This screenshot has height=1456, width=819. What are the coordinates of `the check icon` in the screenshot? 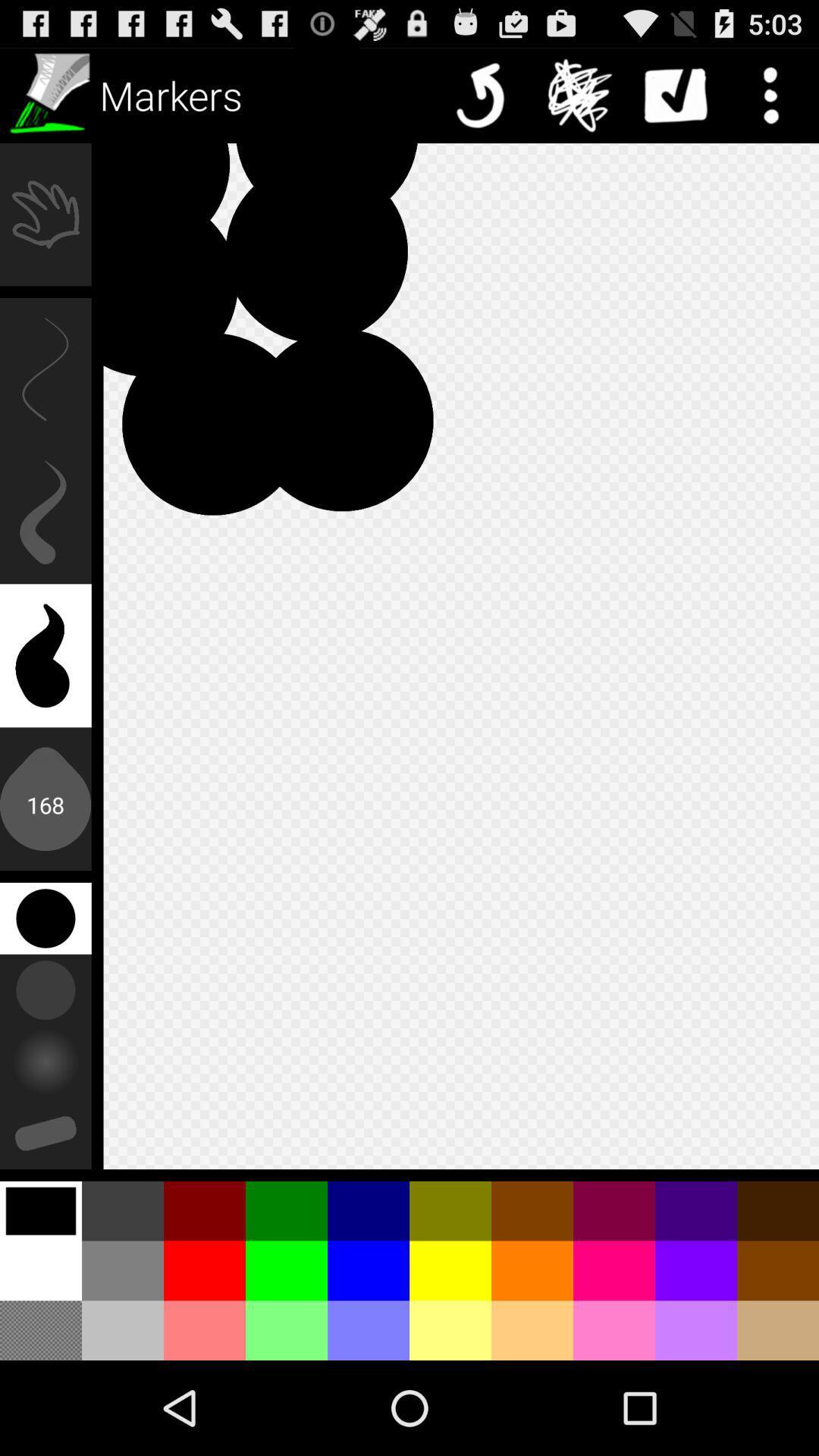 It's located at (675, 94).